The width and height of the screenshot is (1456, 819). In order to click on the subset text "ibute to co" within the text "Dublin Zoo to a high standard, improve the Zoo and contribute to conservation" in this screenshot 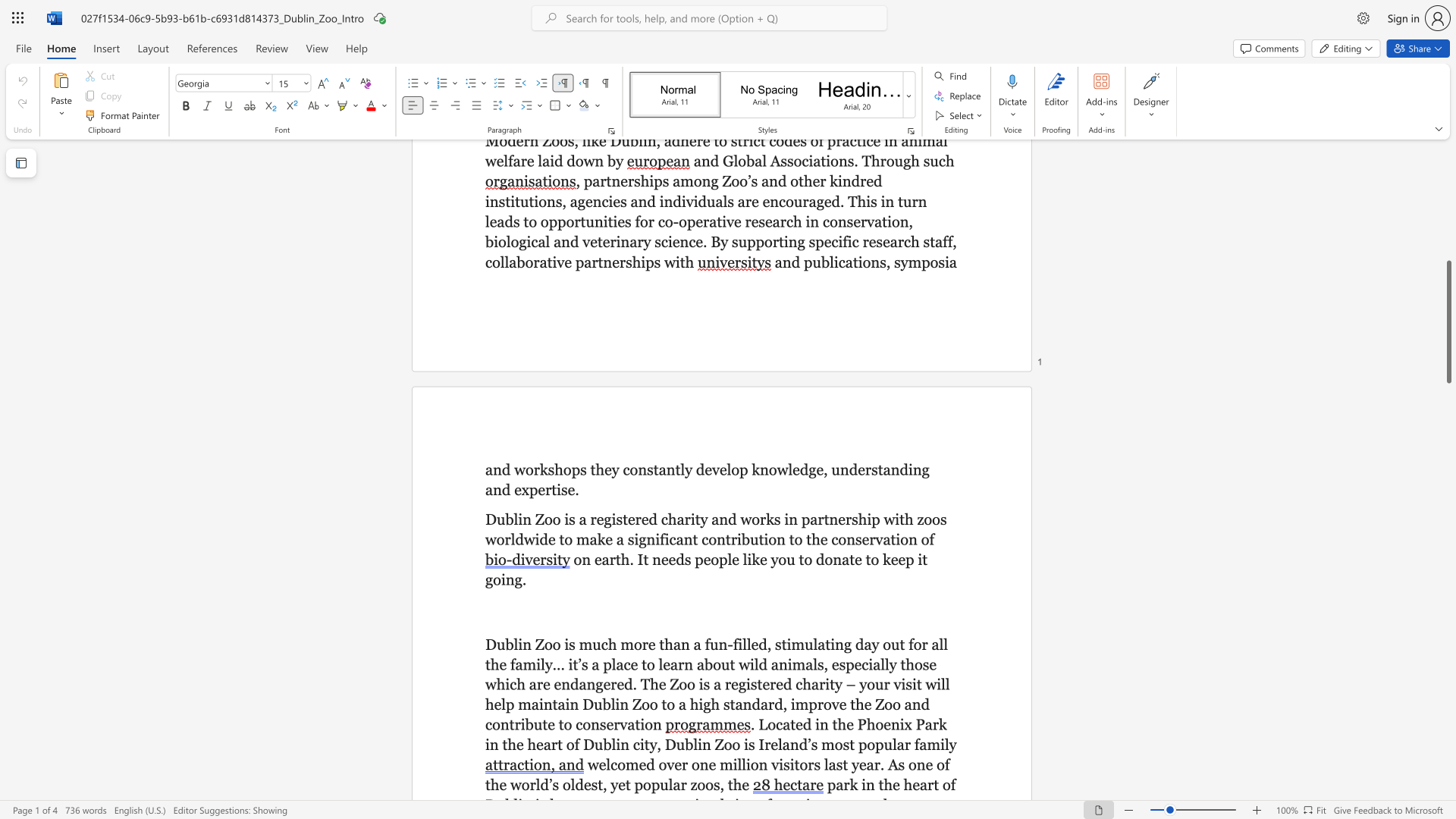, I will do `click(520, 723)`.